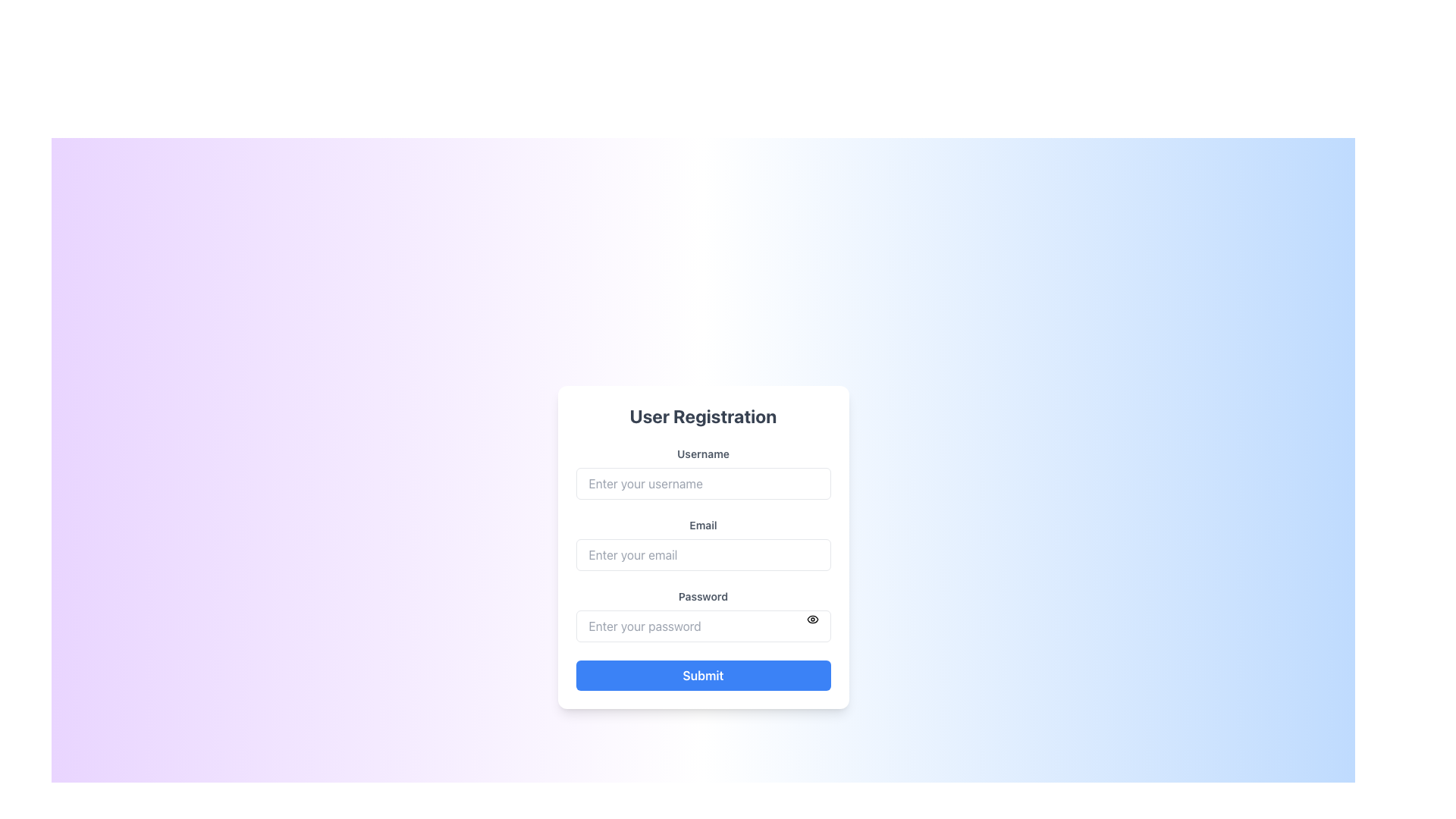  Describe the element at coordinates (702, 675) in the screenshot. I see `the submit button located at the bottom of the 'User Registration' form` at that location.